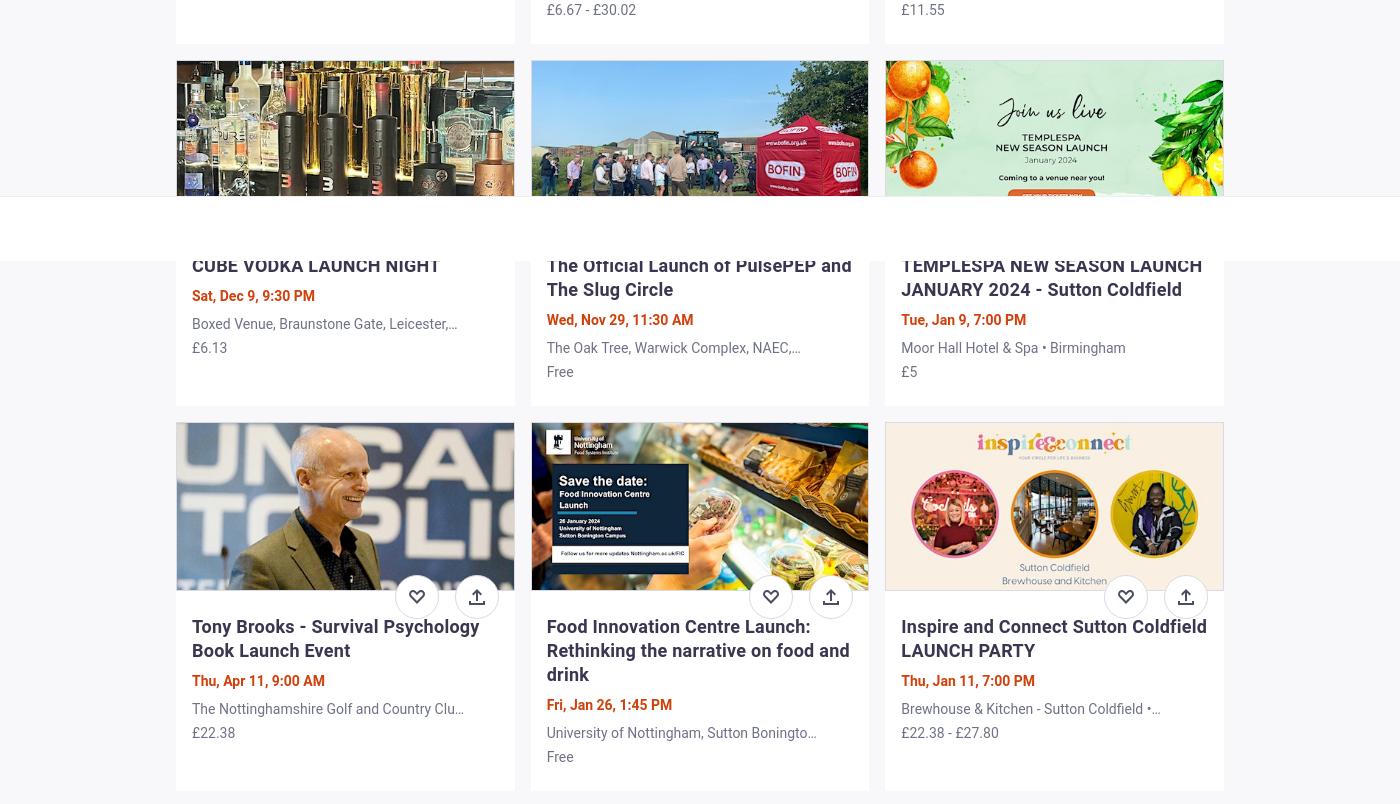 This screenshot has width=1400, height=804. What do you see at coordinates (1054, 637) in the screenshot?
I see `'Inspire and Connect Sutton Coldfield LAUNCH PARTY'` at bounding box center [1054, 637].